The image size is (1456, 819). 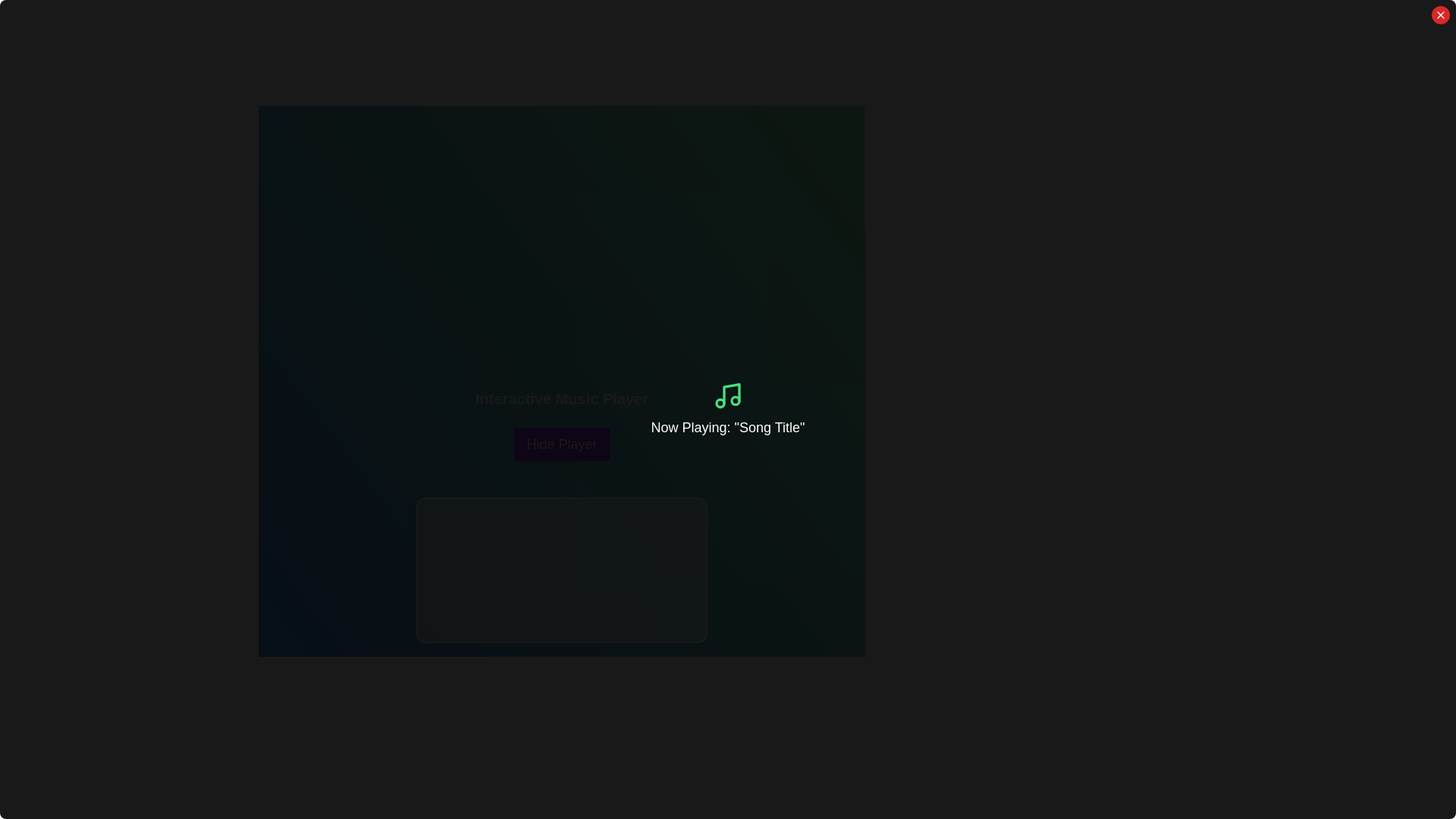 What do you see at coordinates (560, 444) in the screenshot?
I see `the button located below the title 'Interactive Music Player' to hide the player interface` at bounding box center [560, 444].